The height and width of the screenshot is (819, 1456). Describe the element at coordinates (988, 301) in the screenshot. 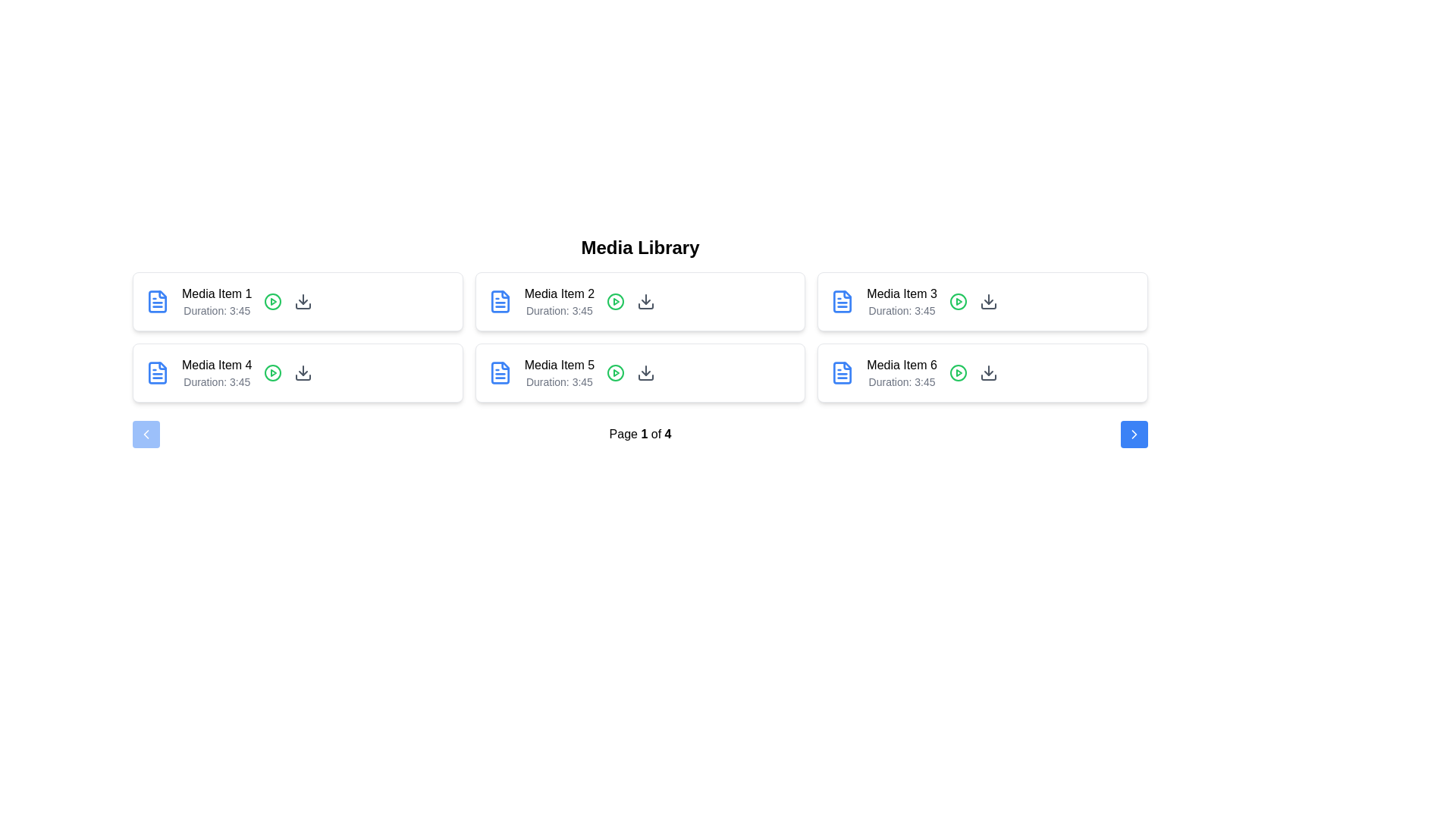

I see `the download icon button, which is a small gray icon depicting a downward arrow with a horizontal line at its base, located within the card labeled 'Media Item 3'` at that location.